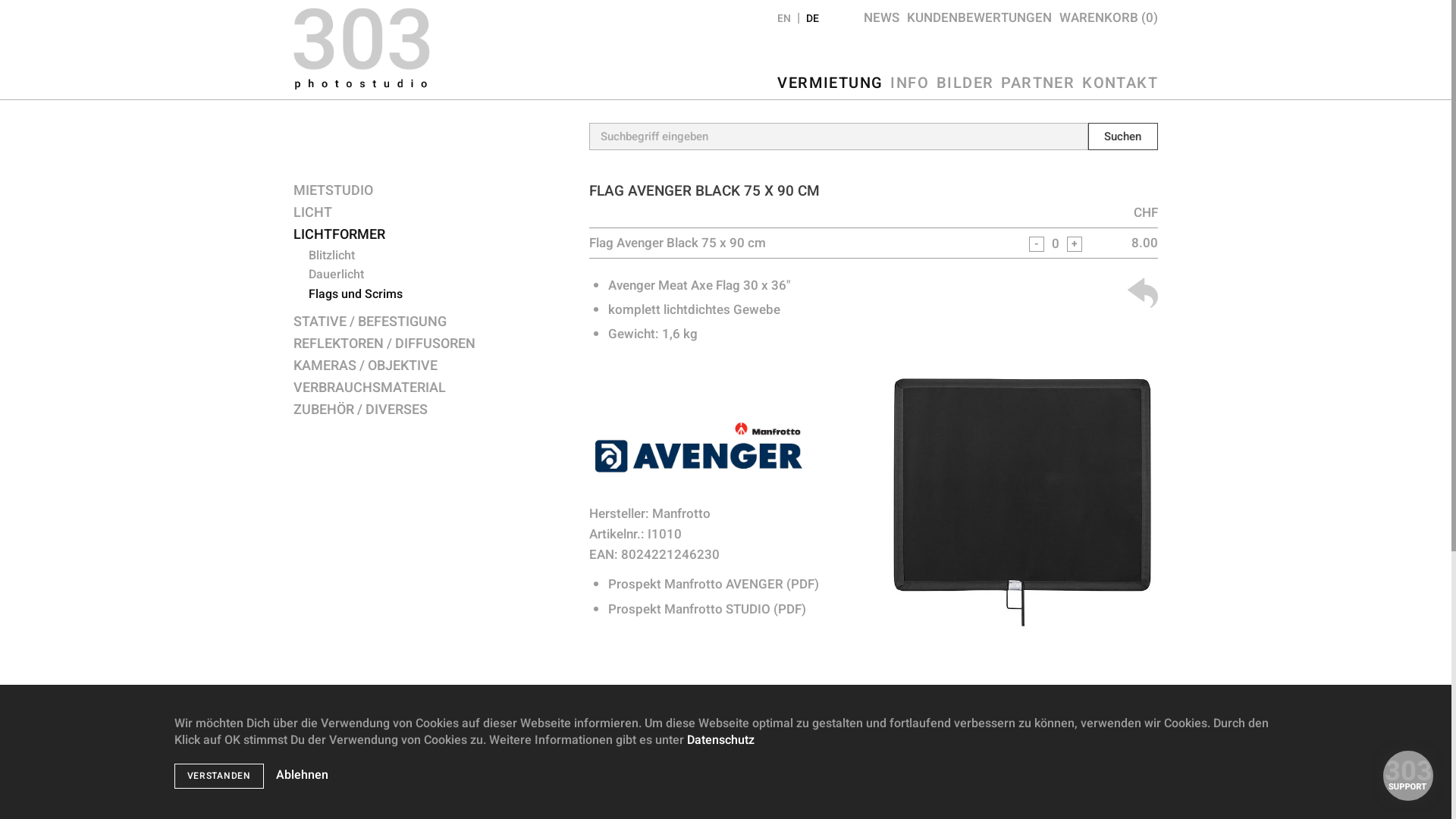  I want to click on 'VERBRAUCHSMATERIAL', so click(293, 388).